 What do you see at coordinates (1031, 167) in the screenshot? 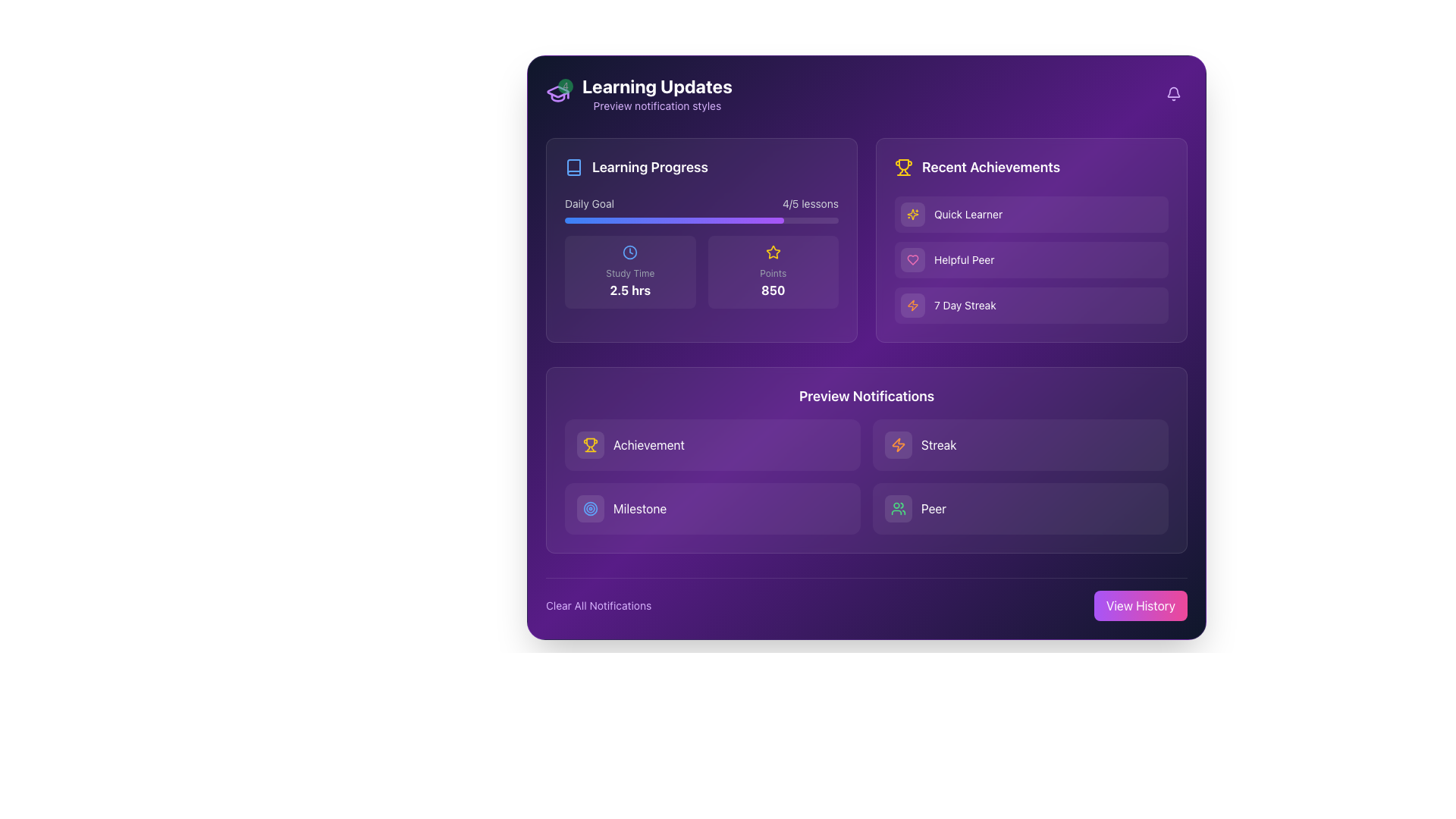
I see `the header text with an accompanying icon that labels the achievements section, positioned at the top-center of the right panel` at bounding box center [1031, 167].